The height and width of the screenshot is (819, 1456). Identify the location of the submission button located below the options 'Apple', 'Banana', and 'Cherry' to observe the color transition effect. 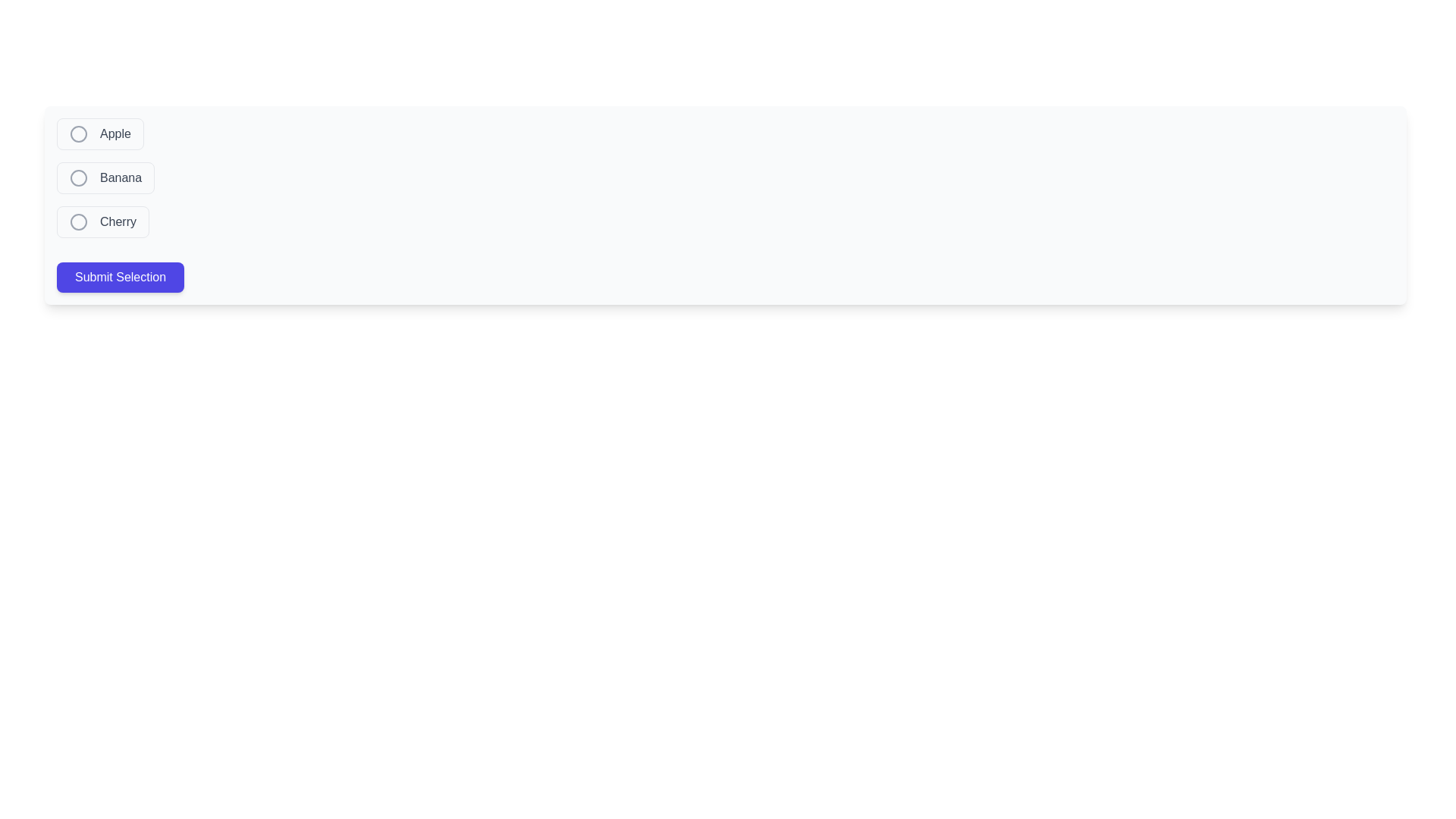
(119, 271).